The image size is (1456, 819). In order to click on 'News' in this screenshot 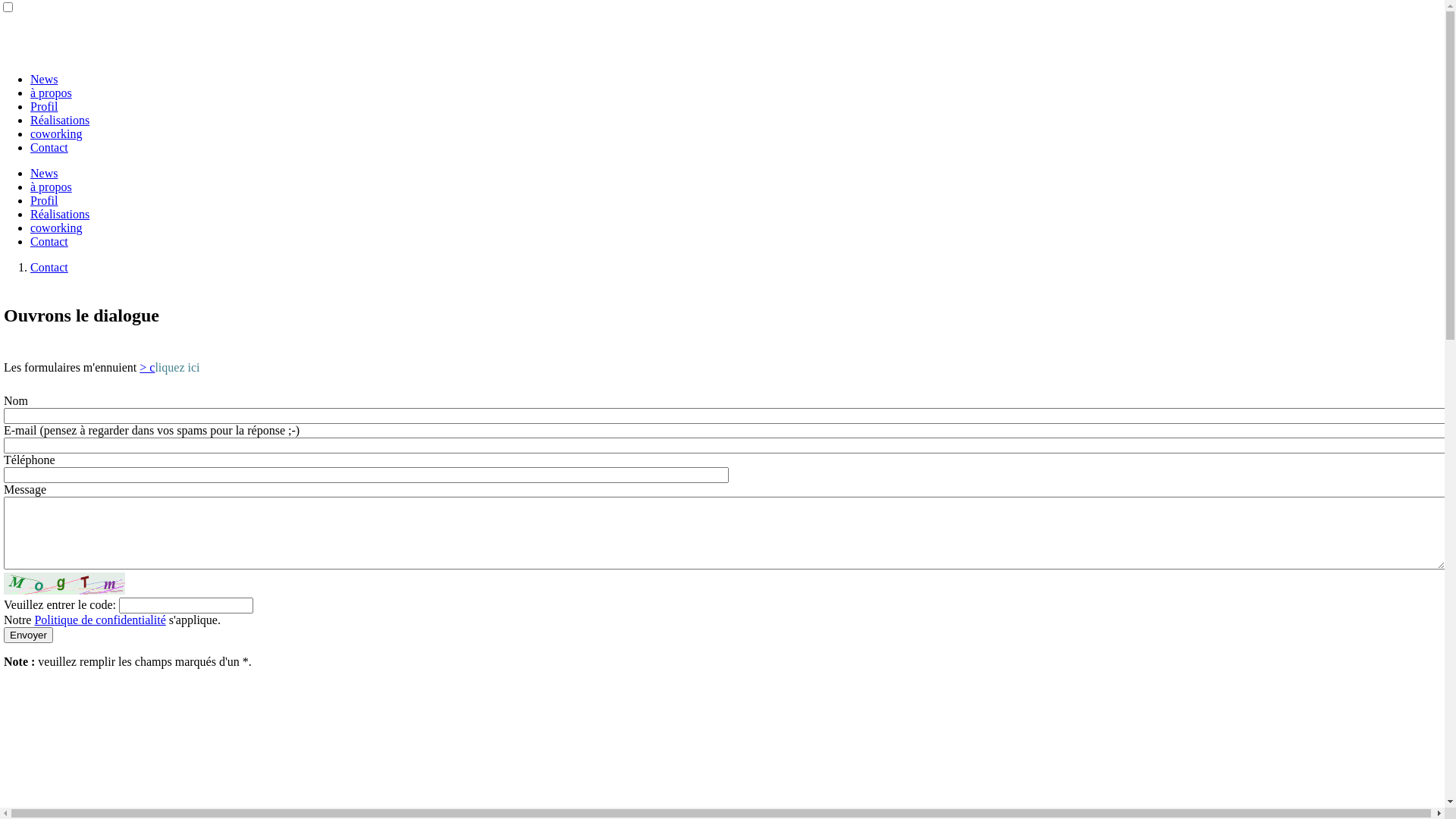, I will do `click(43, 172)`.